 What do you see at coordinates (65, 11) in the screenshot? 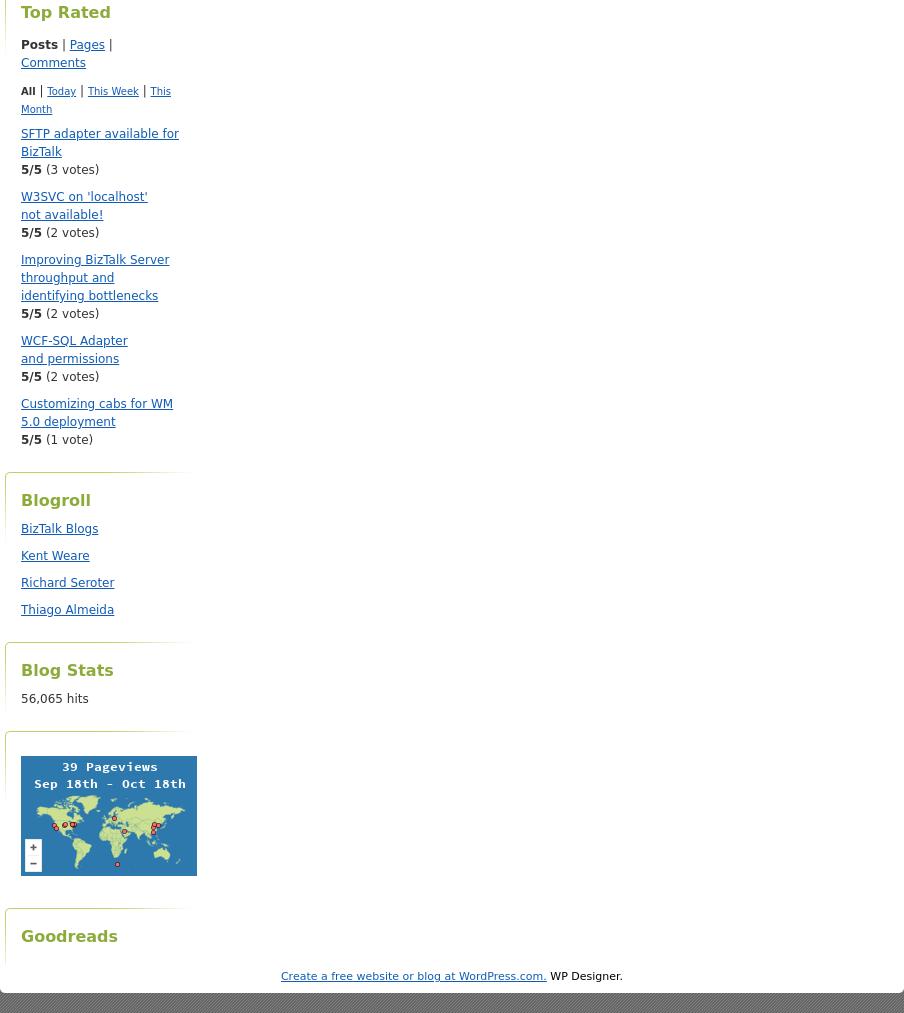
I see `'Top Rated'` at bounding box center [65, 11].